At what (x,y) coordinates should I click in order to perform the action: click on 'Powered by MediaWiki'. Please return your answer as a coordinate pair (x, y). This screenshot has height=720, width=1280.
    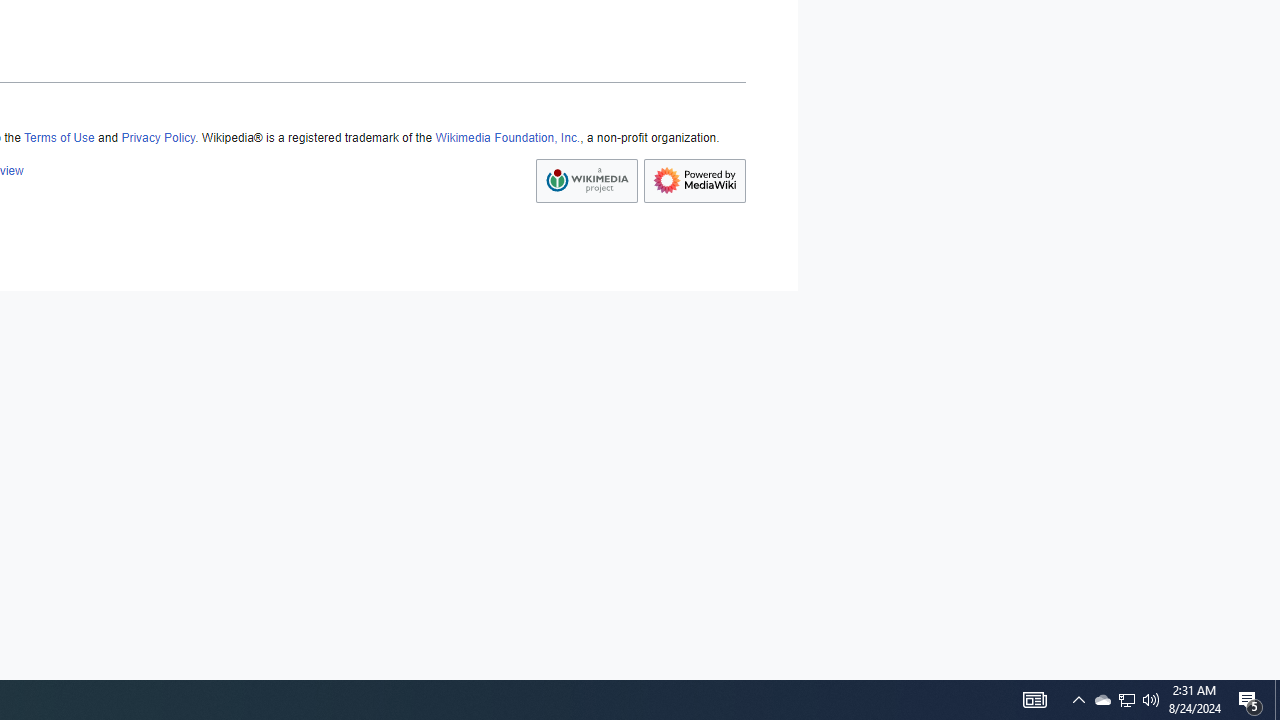
    Looking at the image, I should click on (695, 180).